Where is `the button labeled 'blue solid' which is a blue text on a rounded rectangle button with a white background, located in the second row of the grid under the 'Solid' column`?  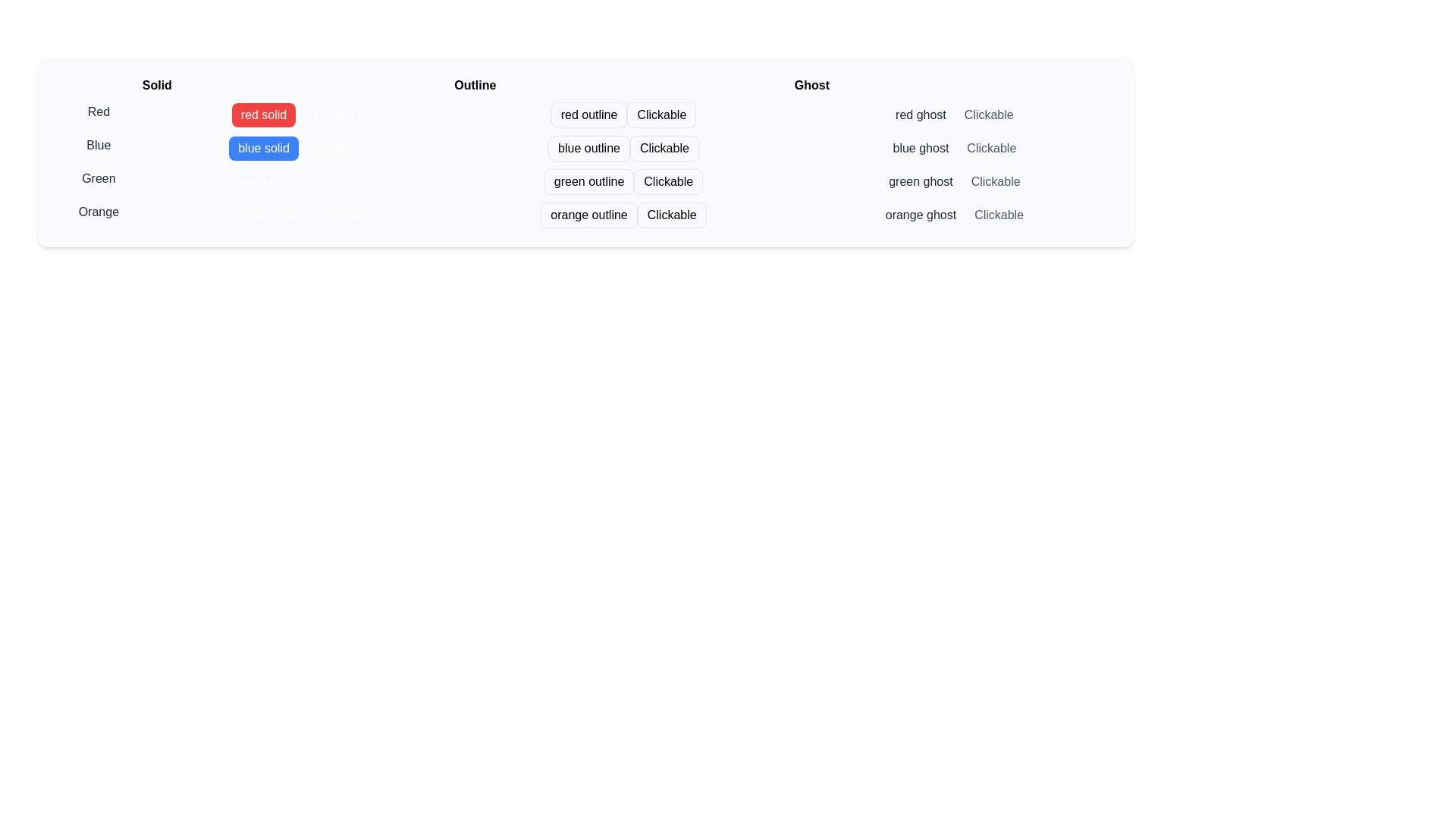
the button labeled 'blue solid' which is a blue text on a rounded rectangle button with a white background, located in the second row of the grid under the 'Solid' column is located at coordinates (297, 146).